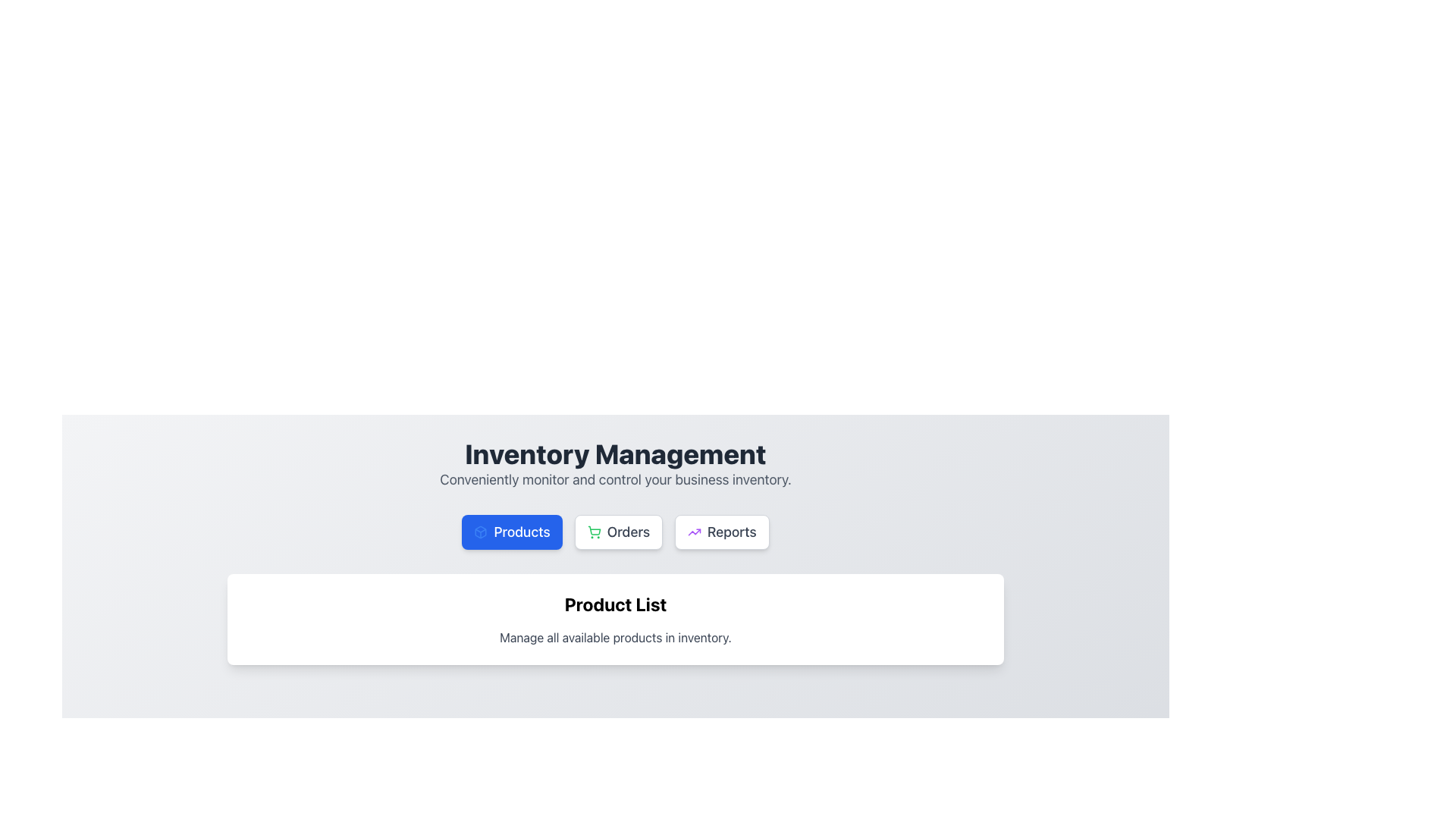  What do you see at coordinates (615, 479) in the screenshot?
I see `the descriptive subtitle of the 'Inventory Management' section, which is located directly below the main heading and above the buttons for 'Products', 'Orders', and 'Reports'` at bounding box center [615, 479].